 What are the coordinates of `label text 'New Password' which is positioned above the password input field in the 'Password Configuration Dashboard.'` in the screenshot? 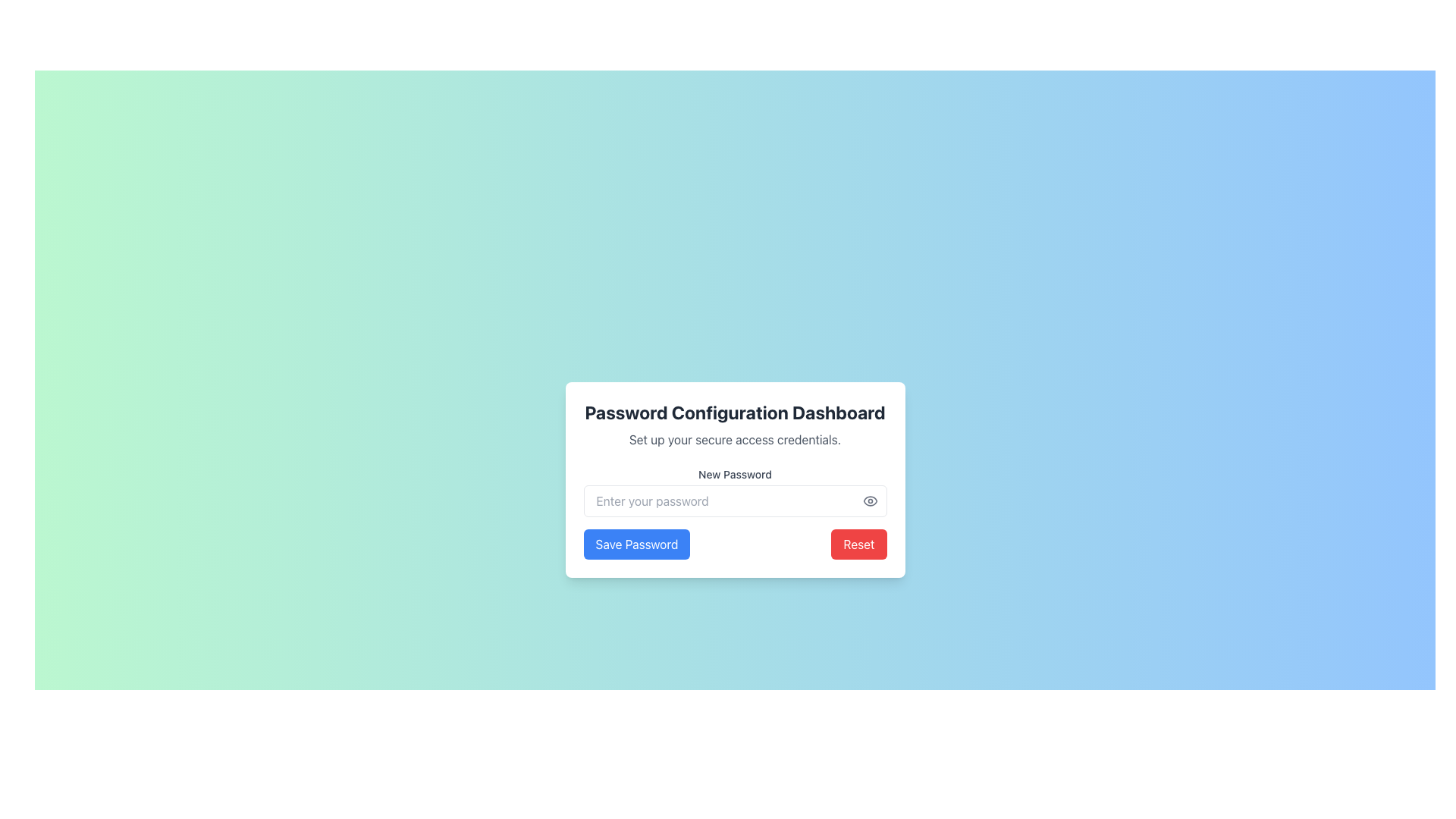 It's located at (735, 473).